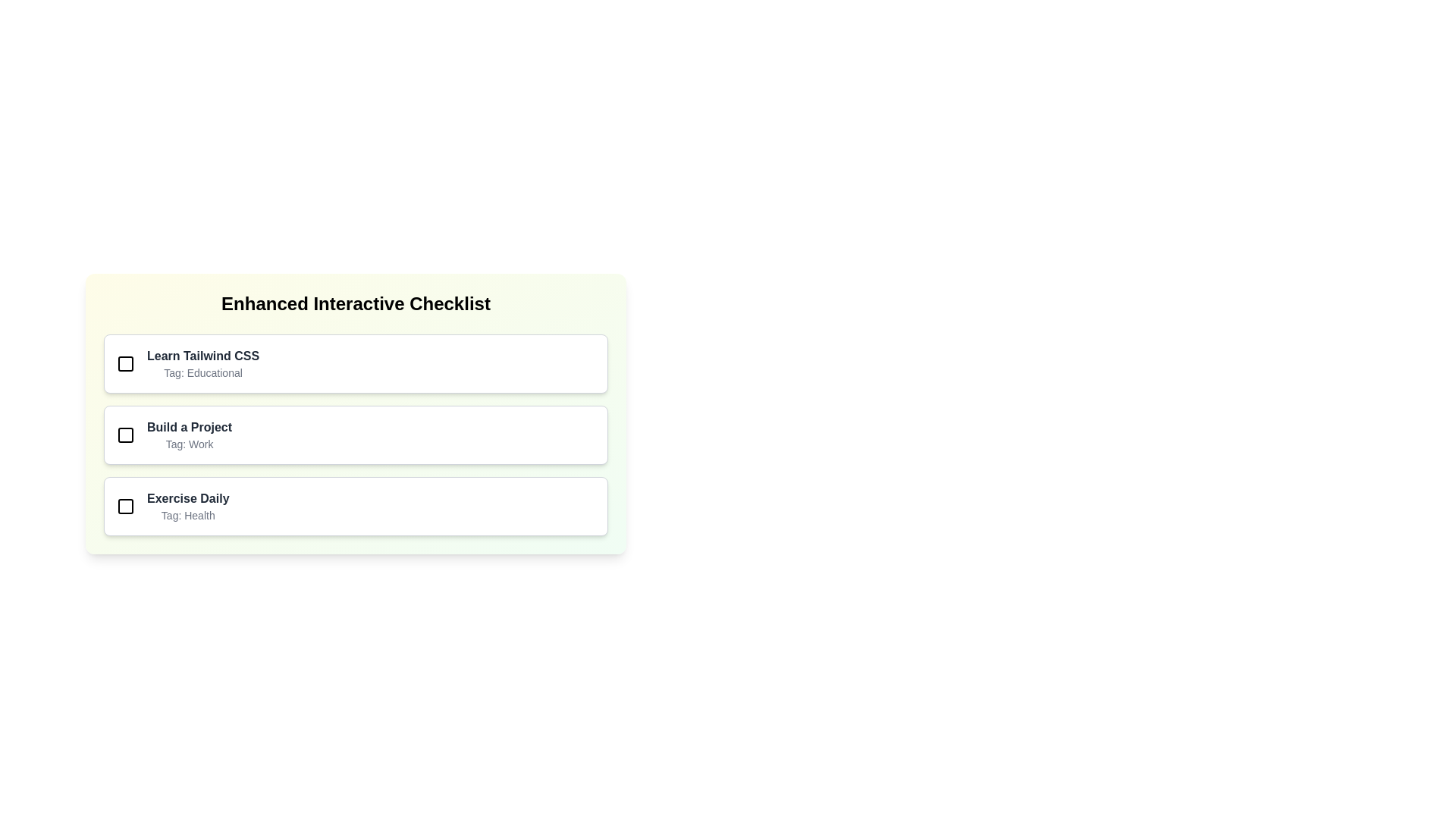 The height and width of the screenshot is (819, 1456). I want to click on the textual display area that shows 'Build a Project' and 'Tag: Work', located centrally in the second entry of a vertically stacked list, below 'Learn Tailwind CSS' and above 'Exercise Daily', so click(188, 435).